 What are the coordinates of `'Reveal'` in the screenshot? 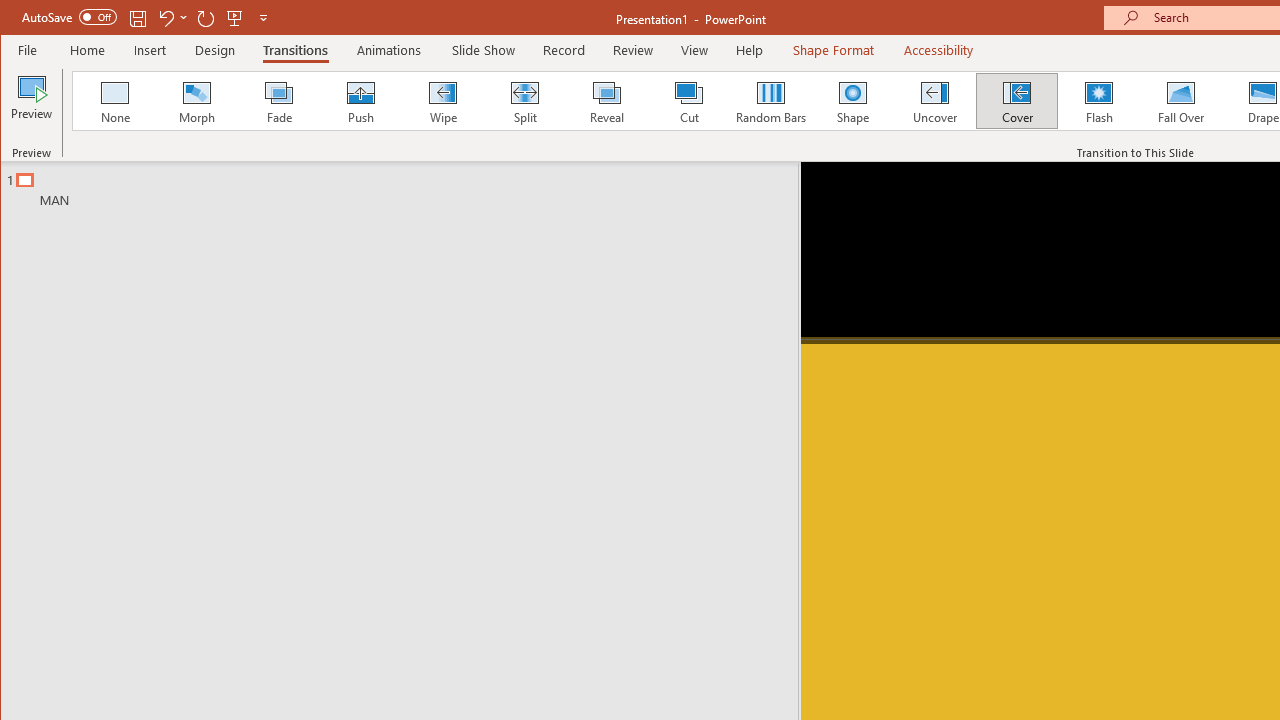 It's located at (605, 100).